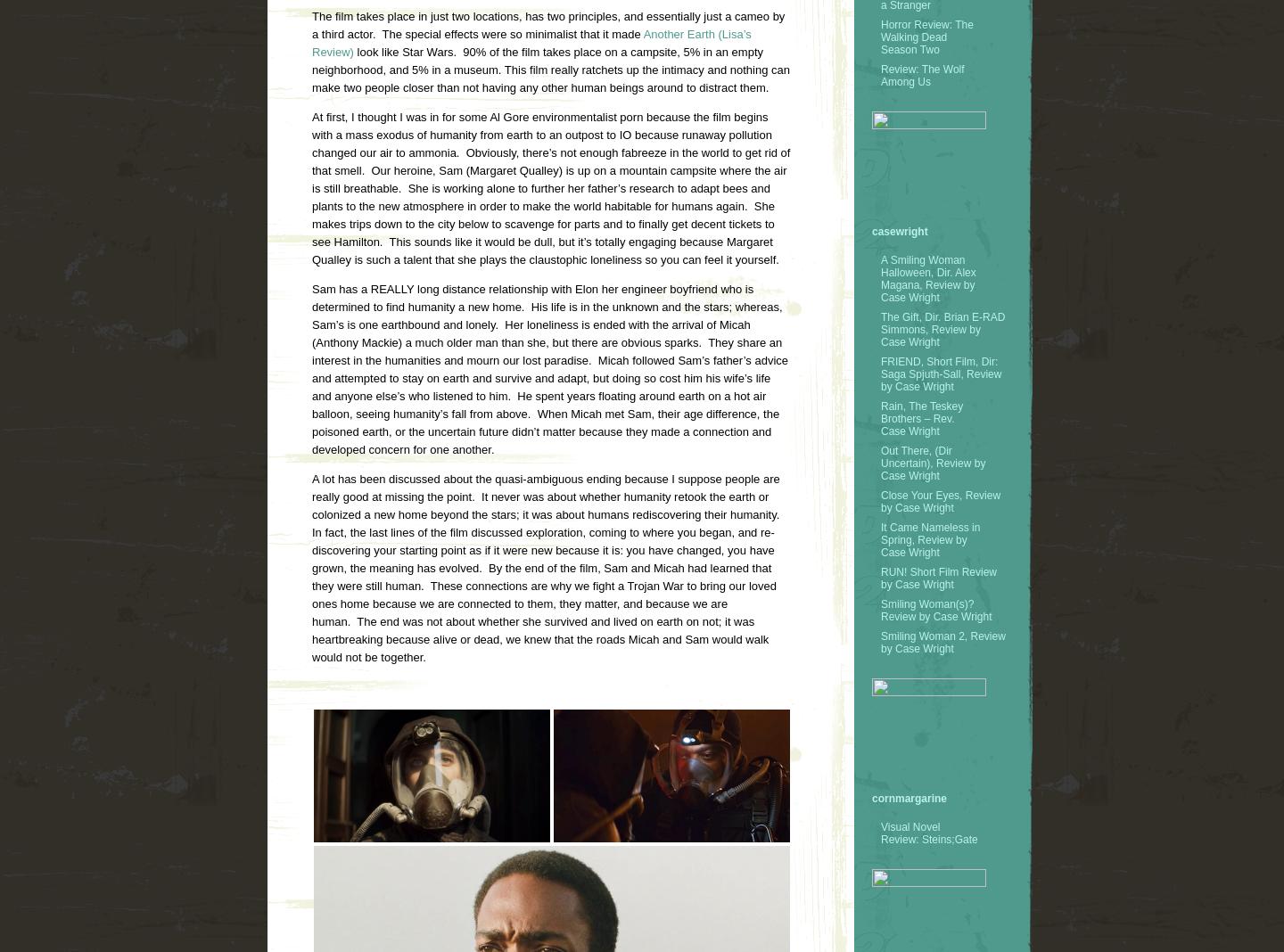 The image size is (1284, 952). I want to click on 'Sam has a REALLY long distance relationship with Elon her engineer boyfriend who is determined to find humanity a new home.  His life is in the unknown and the stars; whereas, Sam’s is one earthbound and lonely.  Her loneliness is ended with the arrival of Micah (Anthony Mackie) a much older man than she, but there are obvious sparks.  They share an interest in the humanities and mourn our lost paradise.  Micah followed Sam’s father’s advice and attempted to stay on earth and survive and adapt, but doing so cost him his wife’s life and anyone else’s who listened to him.  He spent years floating around earth on a hot air balloon, seeing humanity’s fall from above.  When Micah met Sam, their age difference, the poisoned earth, or the uncertain future didn’t matter because they made a connection and developed concern for one another.', so click(549, 369).